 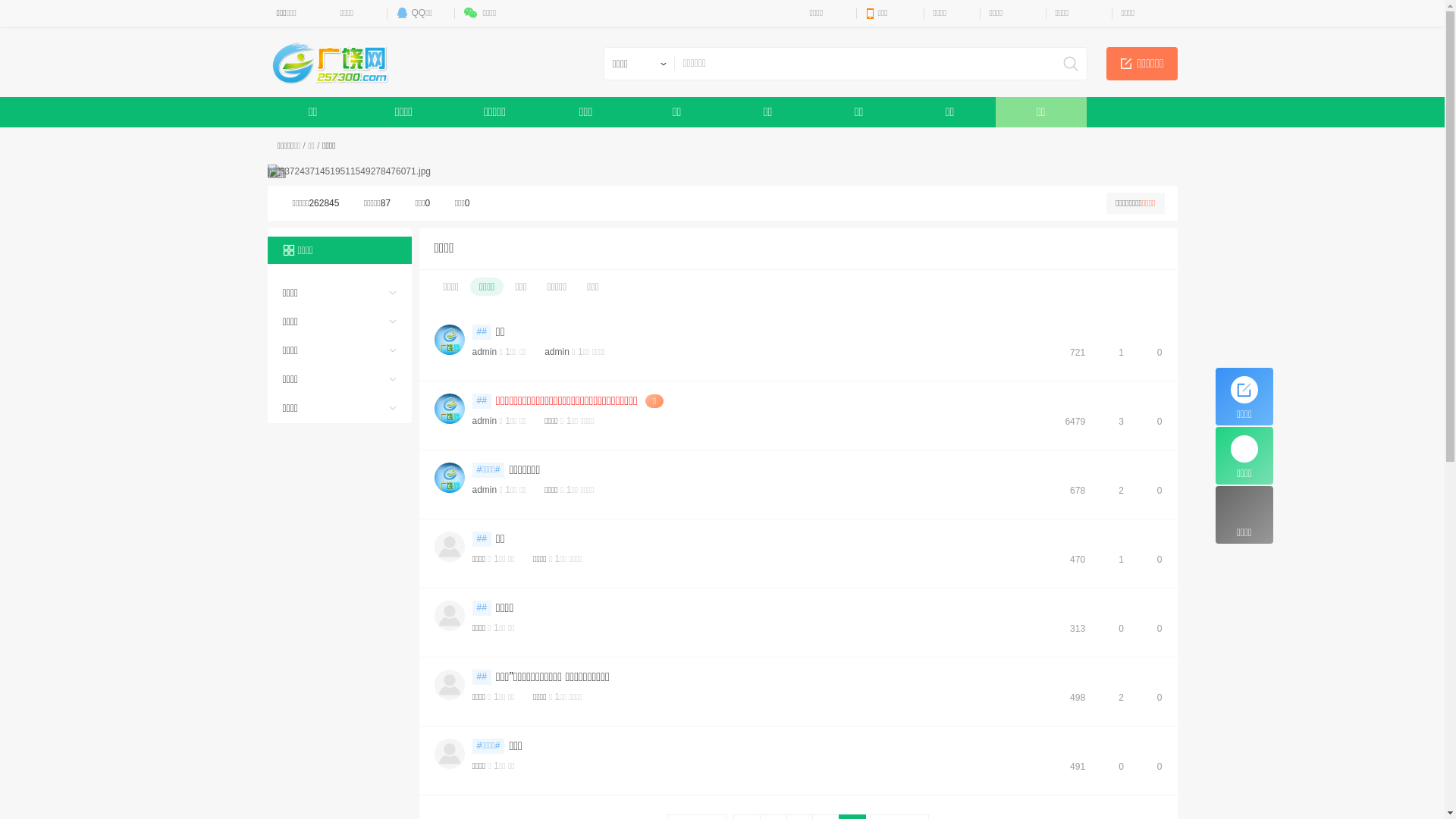 I want to click on '2', so click(x=1113, y=698).